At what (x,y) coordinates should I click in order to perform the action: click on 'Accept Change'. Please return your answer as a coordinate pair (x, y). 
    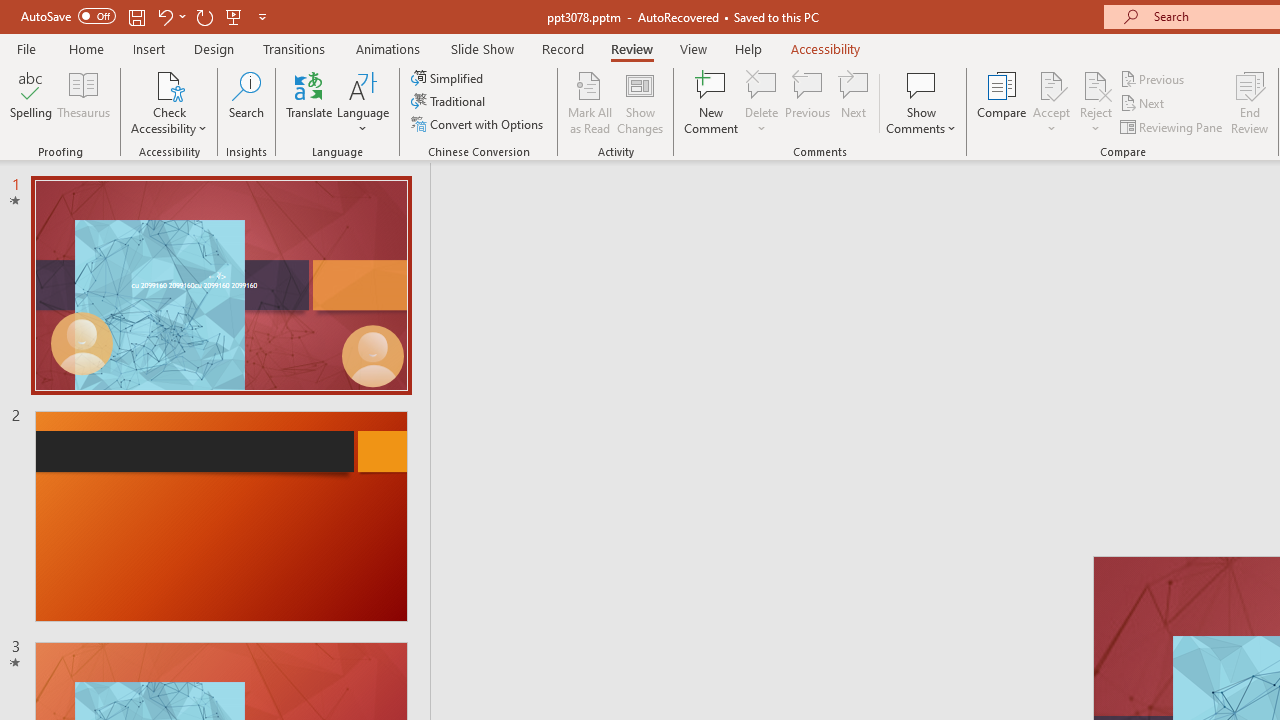
    Looking at the image, I should click on (1050, 84).